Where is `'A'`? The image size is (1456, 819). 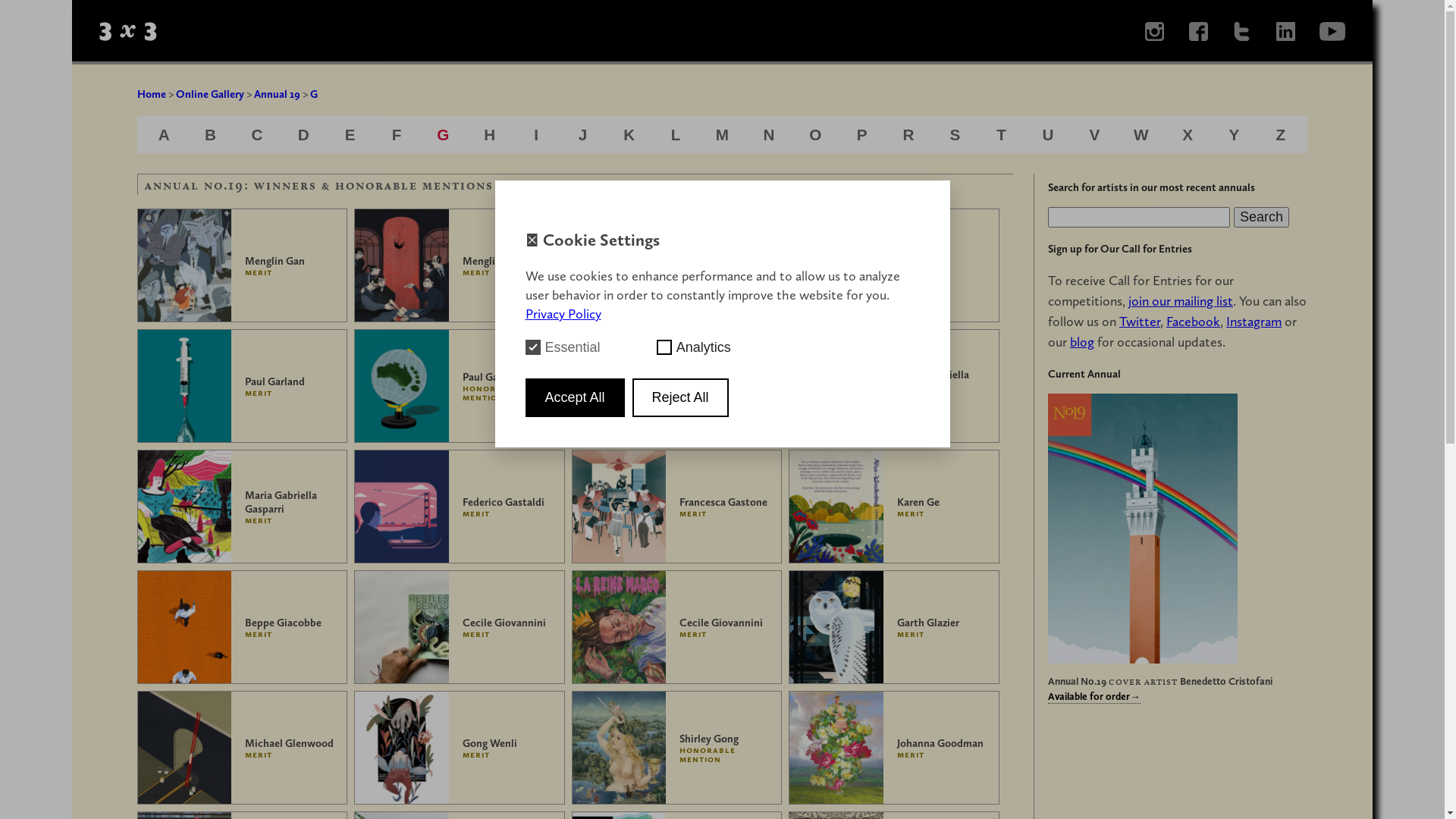
'A' is located at coordinates (164, 133).